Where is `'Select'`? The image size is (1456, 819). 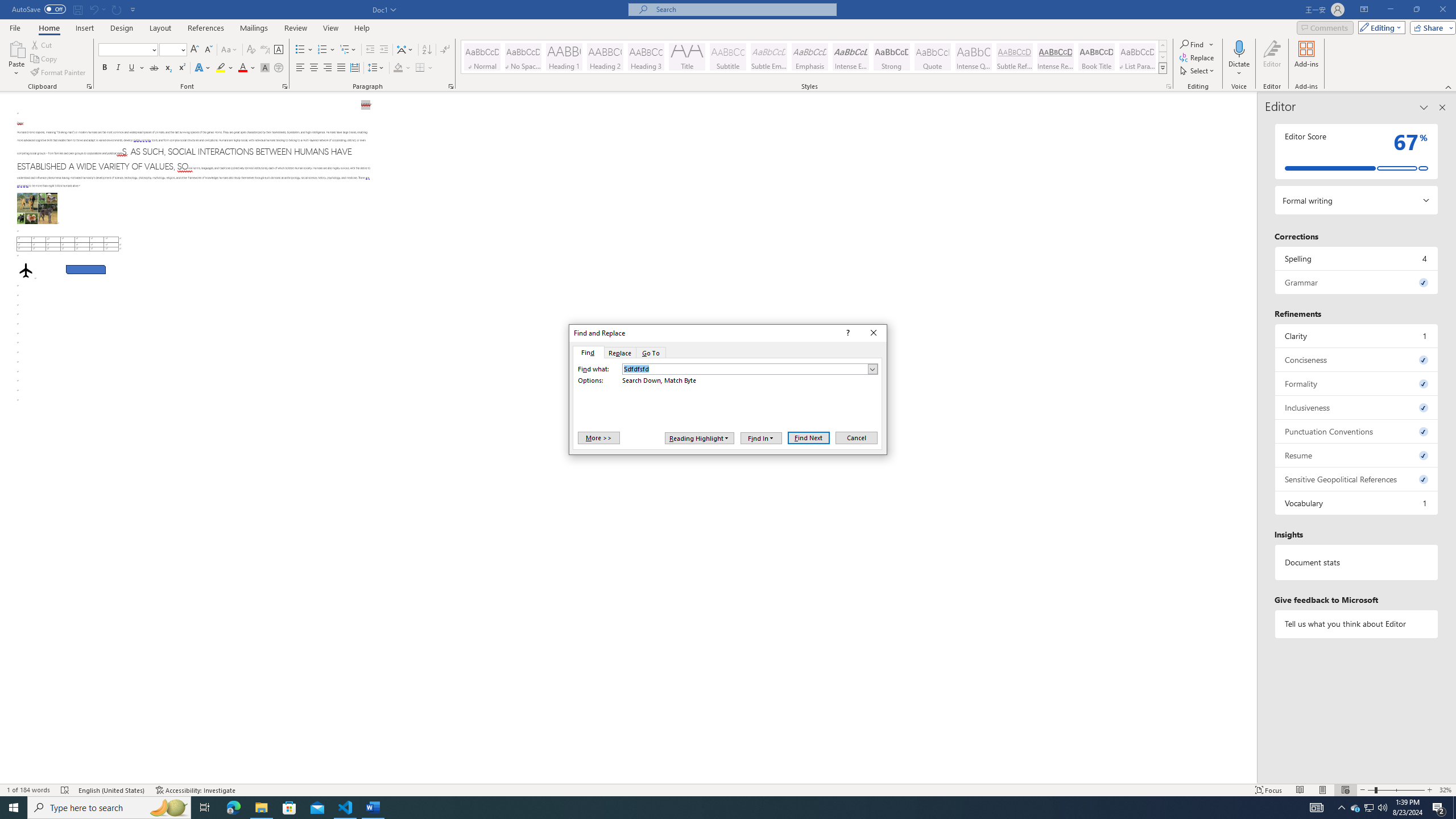 'Select' is located at coordinates (1198, 69).